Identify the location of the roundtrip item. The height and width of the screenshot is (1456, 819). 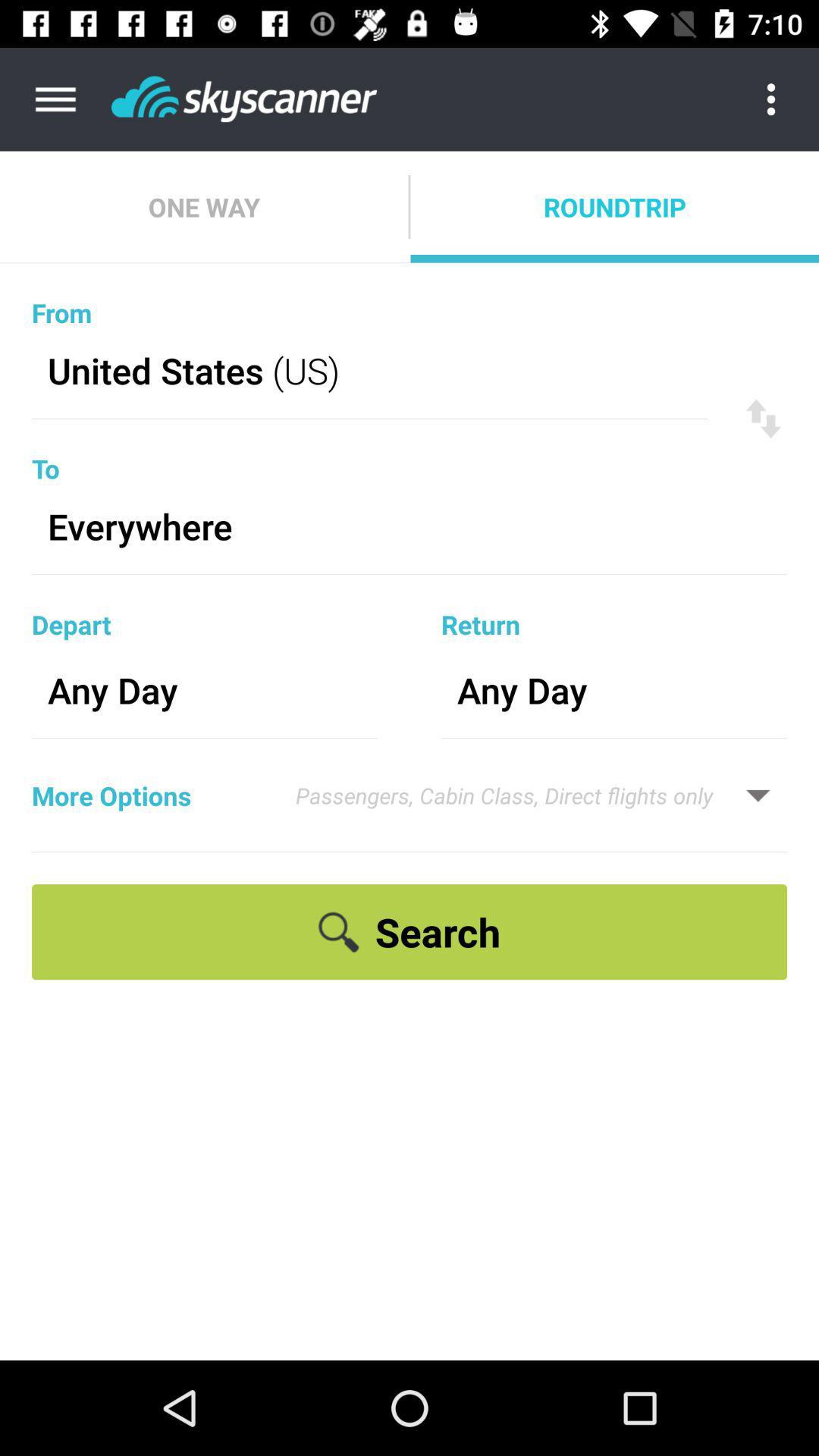
(614, 206).